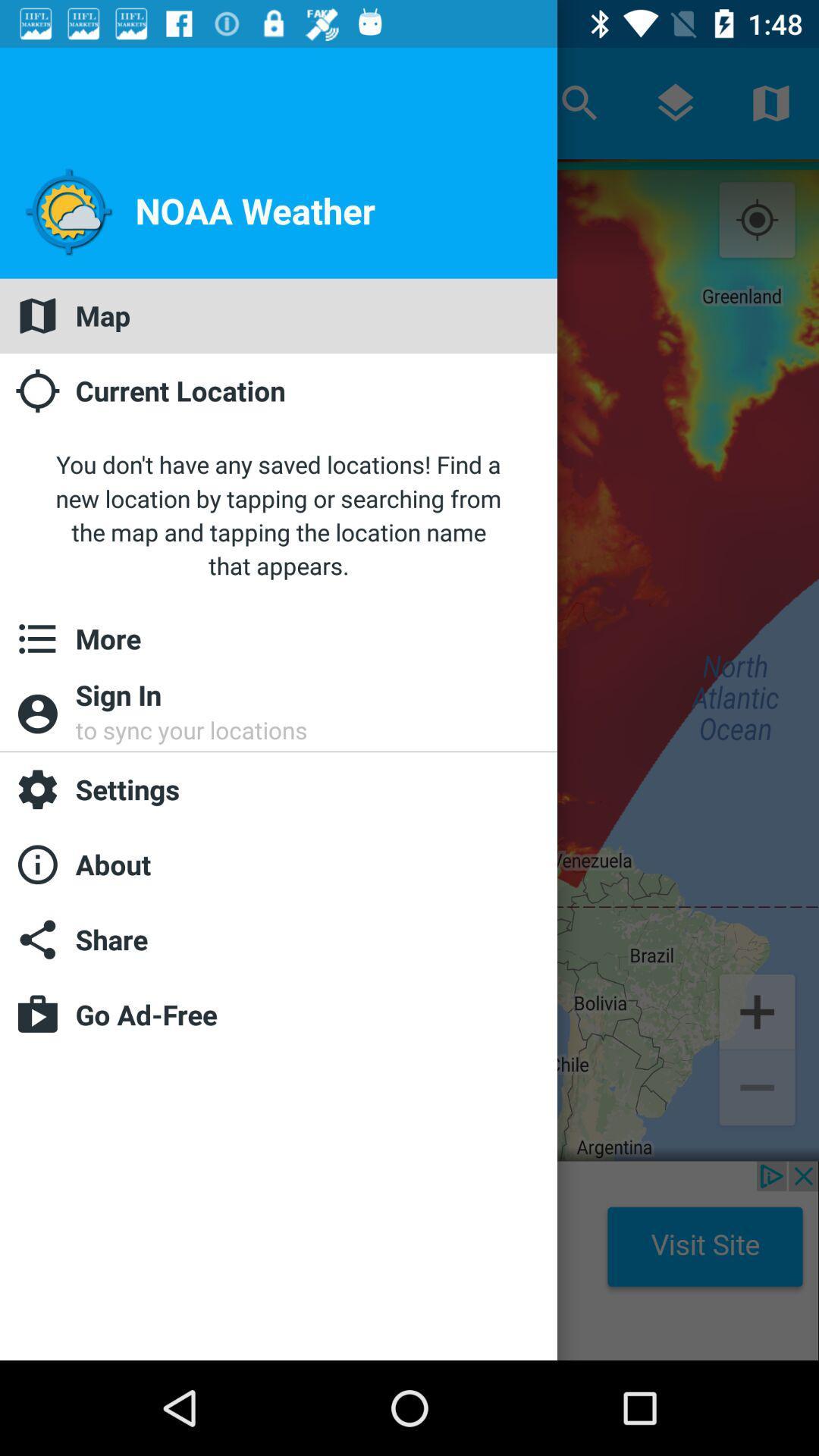 This screenshot has height=1456, width=819. I want to click on the minus icon, so click(757, 1089).